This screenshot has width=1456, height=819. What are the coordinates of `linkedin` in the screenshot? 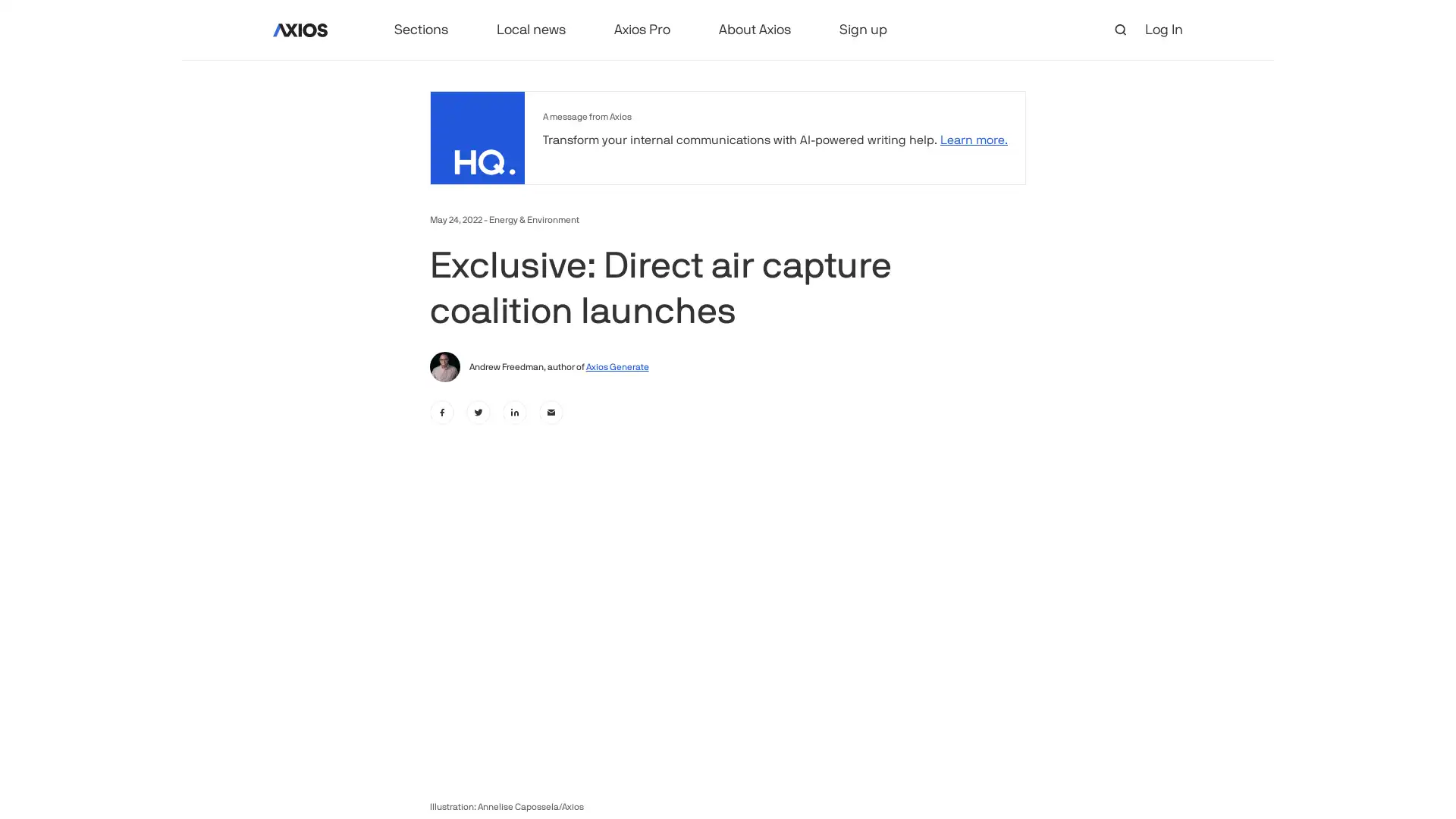 It's located at (513, 412).